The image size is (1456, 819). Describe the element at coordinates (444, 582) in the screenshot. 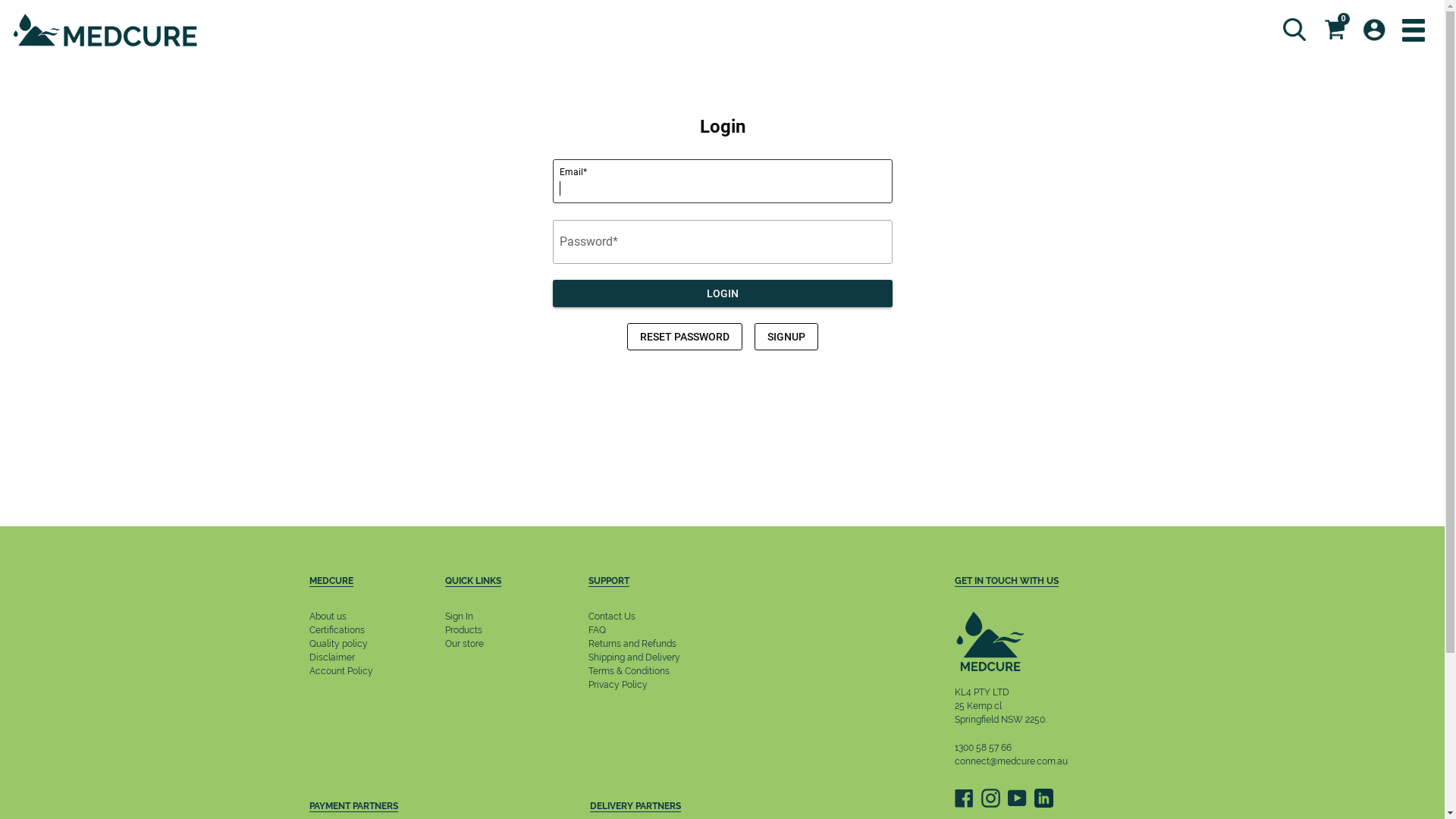

I see `'QUICK LINKS'` at that location.